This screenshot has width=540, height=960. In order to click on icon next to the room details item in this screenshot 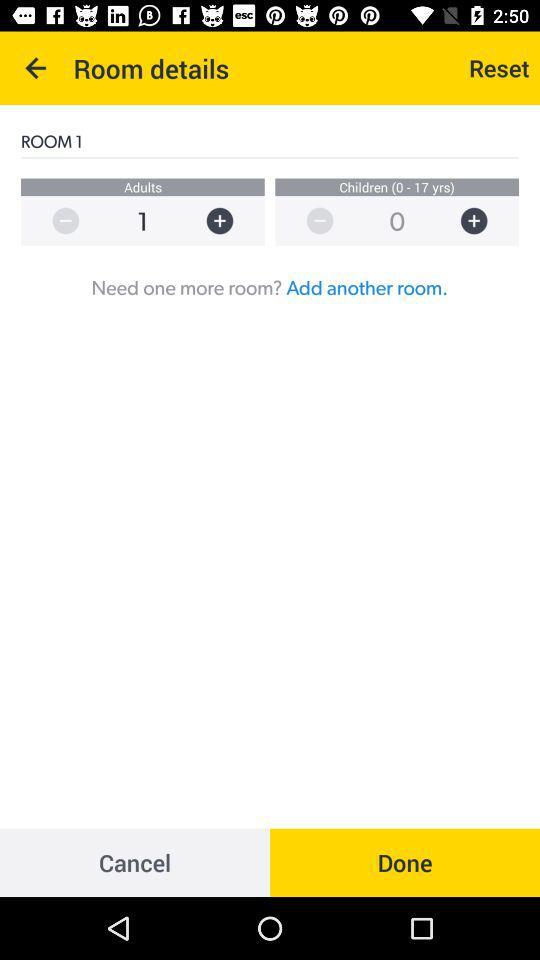, I will do `click(36, 68)`.